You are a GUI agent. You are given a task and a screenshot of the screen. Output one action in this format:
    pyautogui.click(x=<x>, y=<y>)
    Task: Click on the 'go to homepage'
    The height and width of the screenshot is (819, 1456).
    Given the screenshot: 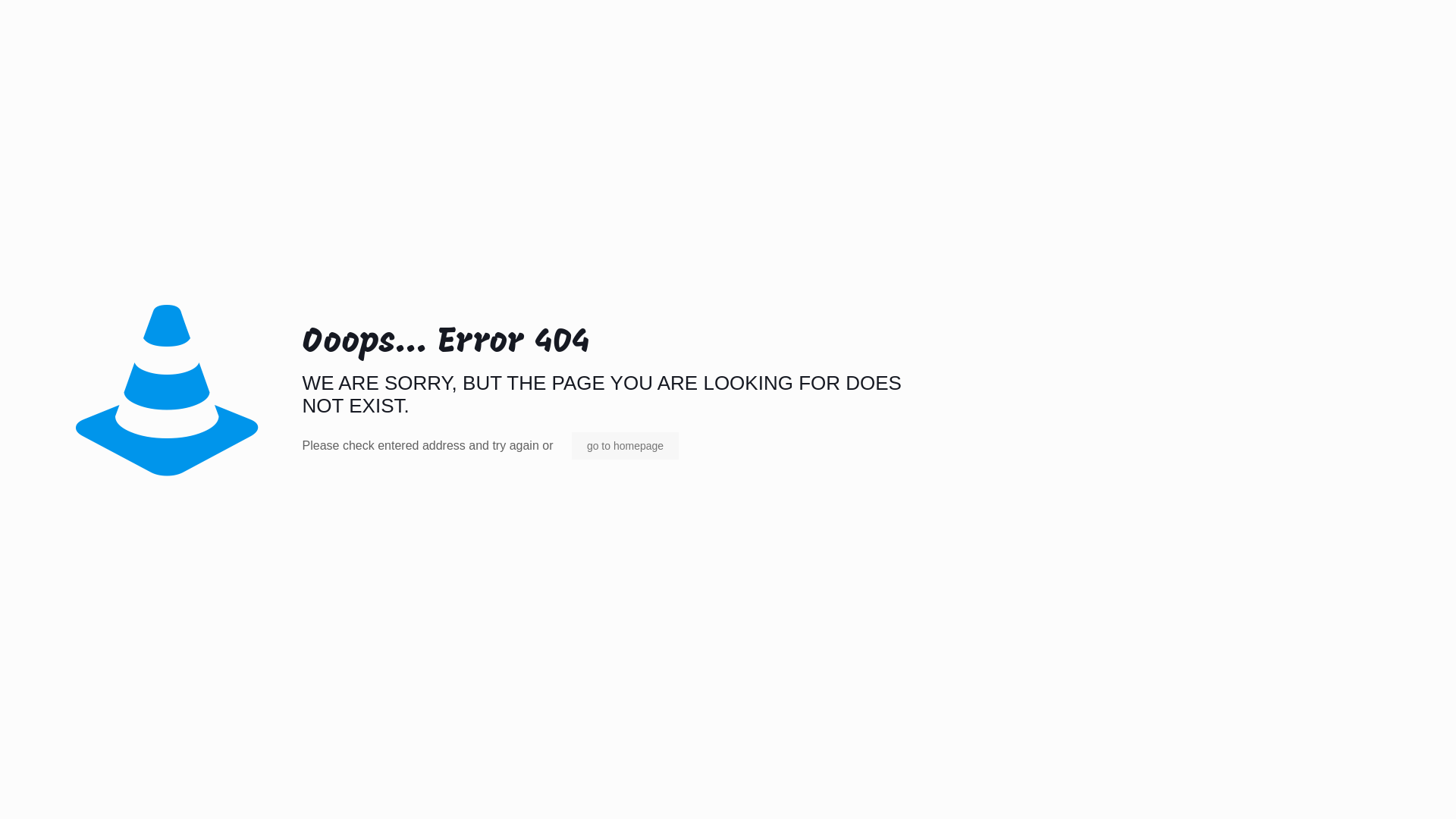 What is the action you would take?
    pyautogui.click(x=625, y=444)
    